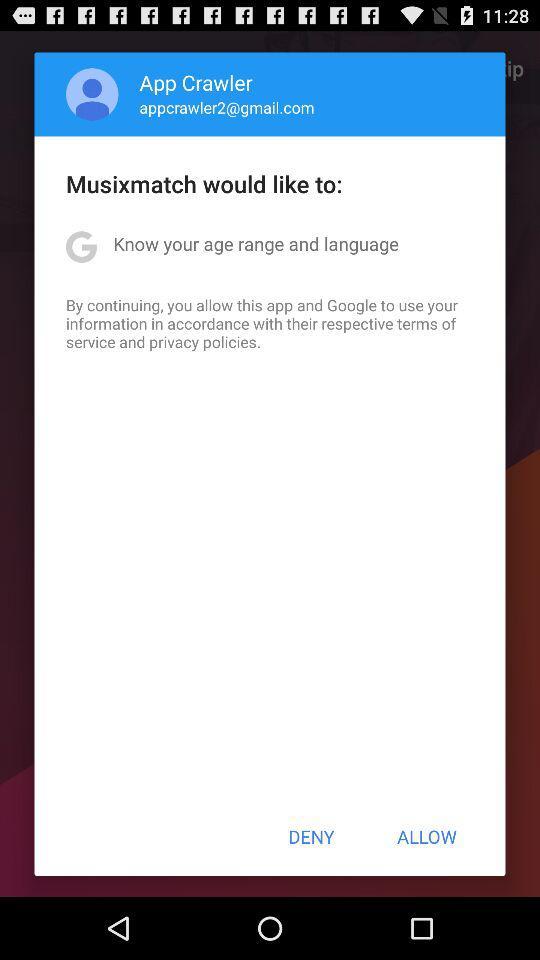  I want to click on the app above the musixmatch would like, so click(91, 94).